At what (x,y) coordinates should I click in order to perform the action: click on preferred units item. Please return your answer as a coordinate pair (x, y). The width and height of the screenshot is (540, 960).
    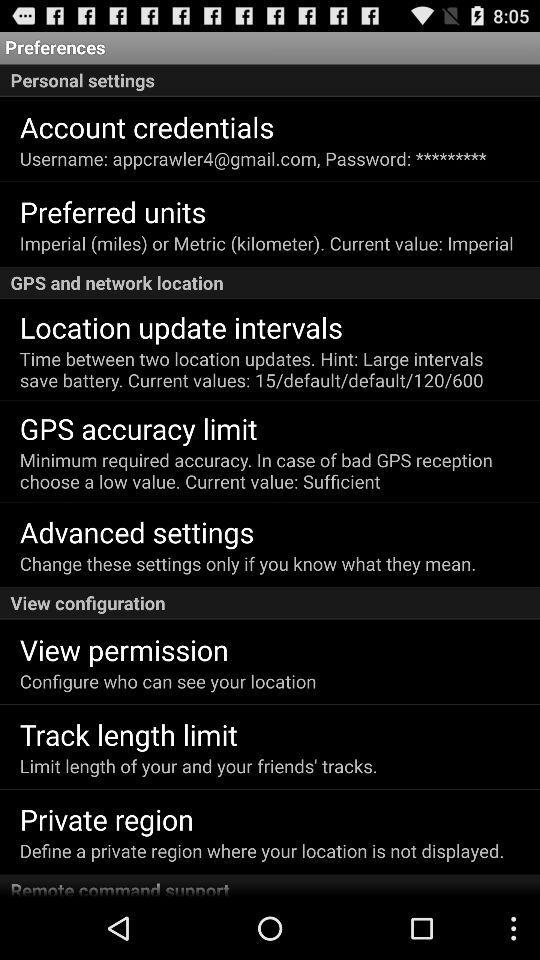
    Looking at the image, I should click on (113, 211).